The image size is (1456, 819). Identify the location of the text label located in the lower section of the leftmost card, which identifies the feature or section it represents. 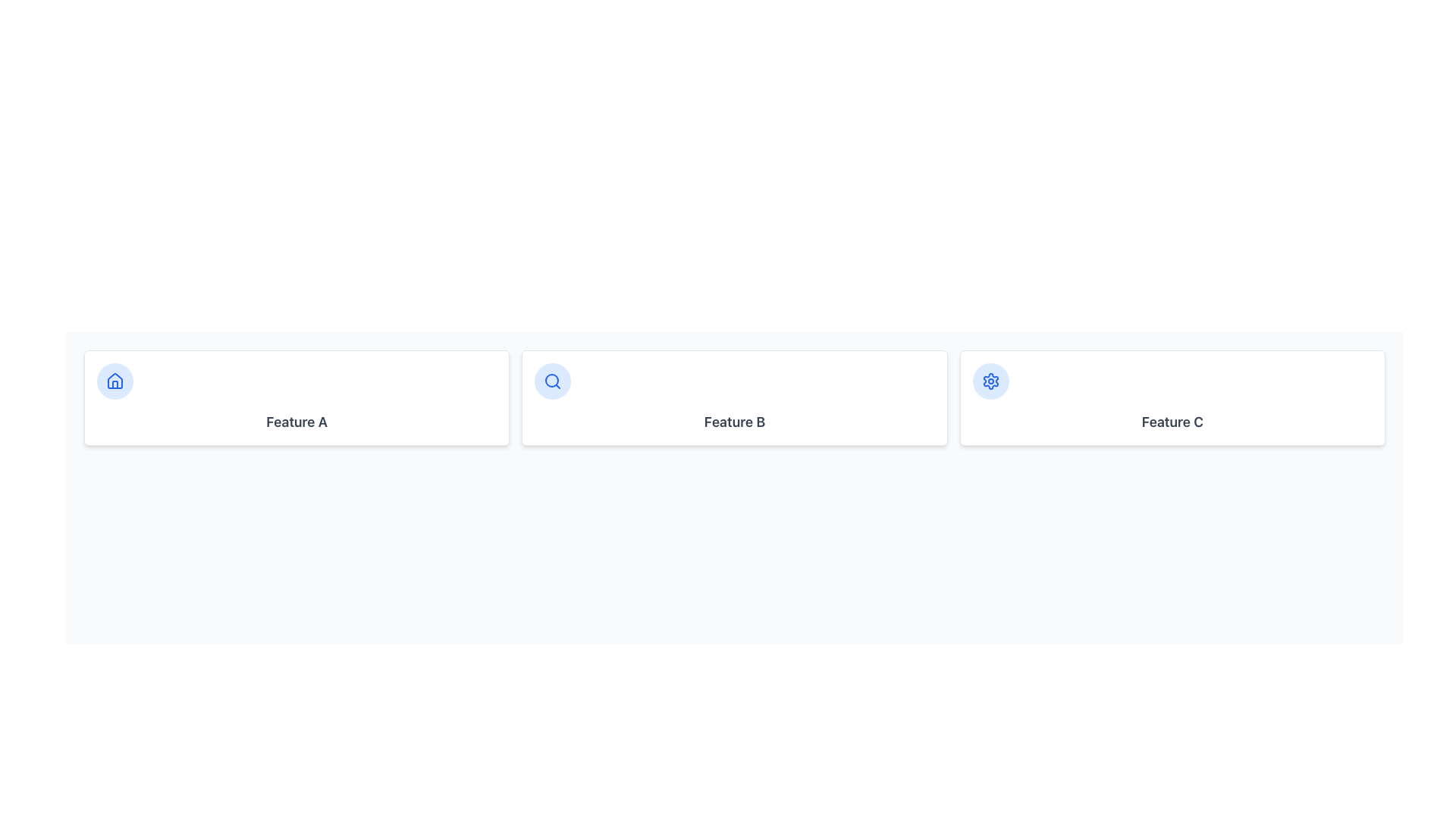
(297, 422).